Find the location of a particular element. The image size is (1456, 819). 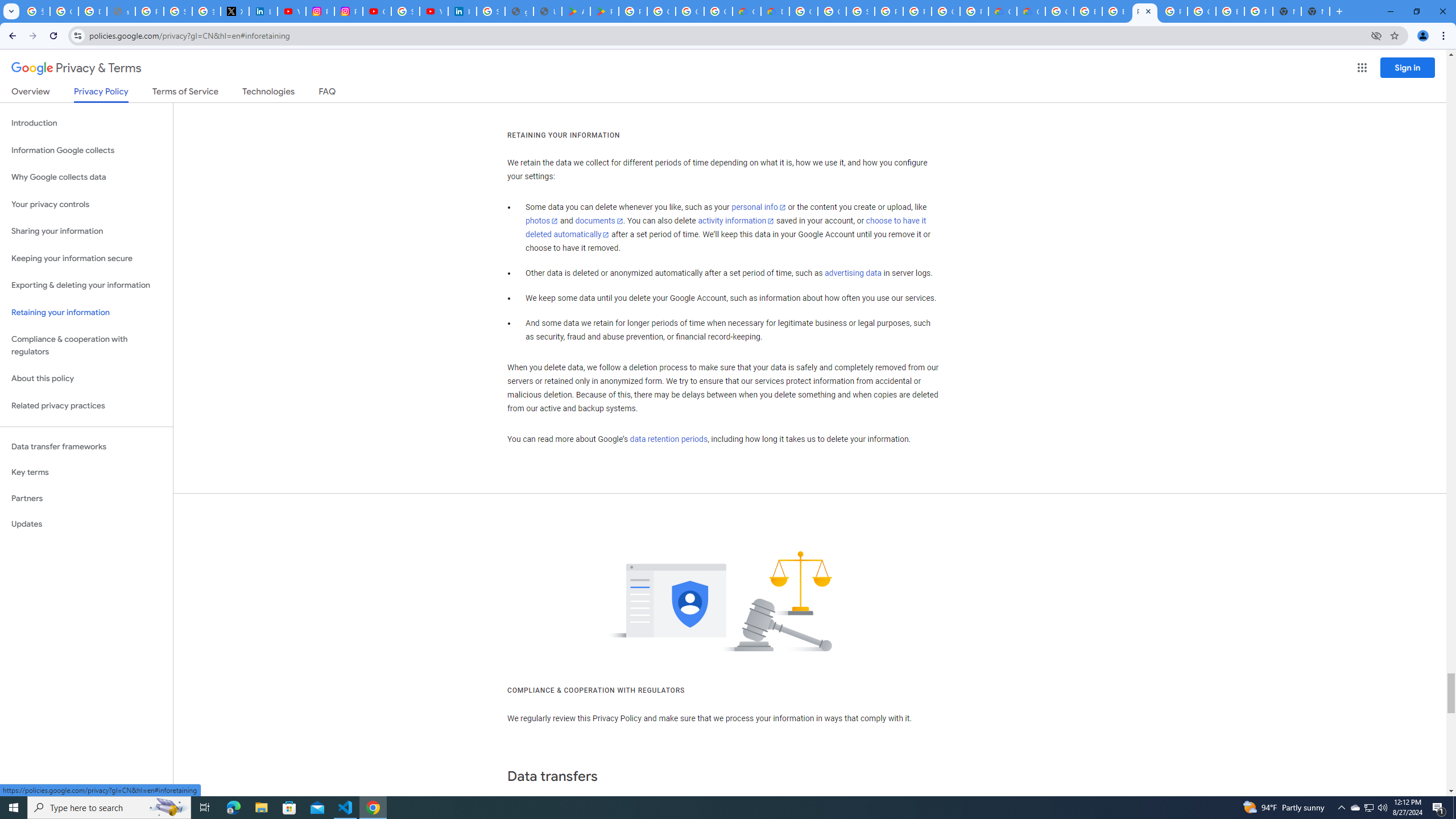

'Customer Care | Google Cloud' is located at coordinates (1002, 11).